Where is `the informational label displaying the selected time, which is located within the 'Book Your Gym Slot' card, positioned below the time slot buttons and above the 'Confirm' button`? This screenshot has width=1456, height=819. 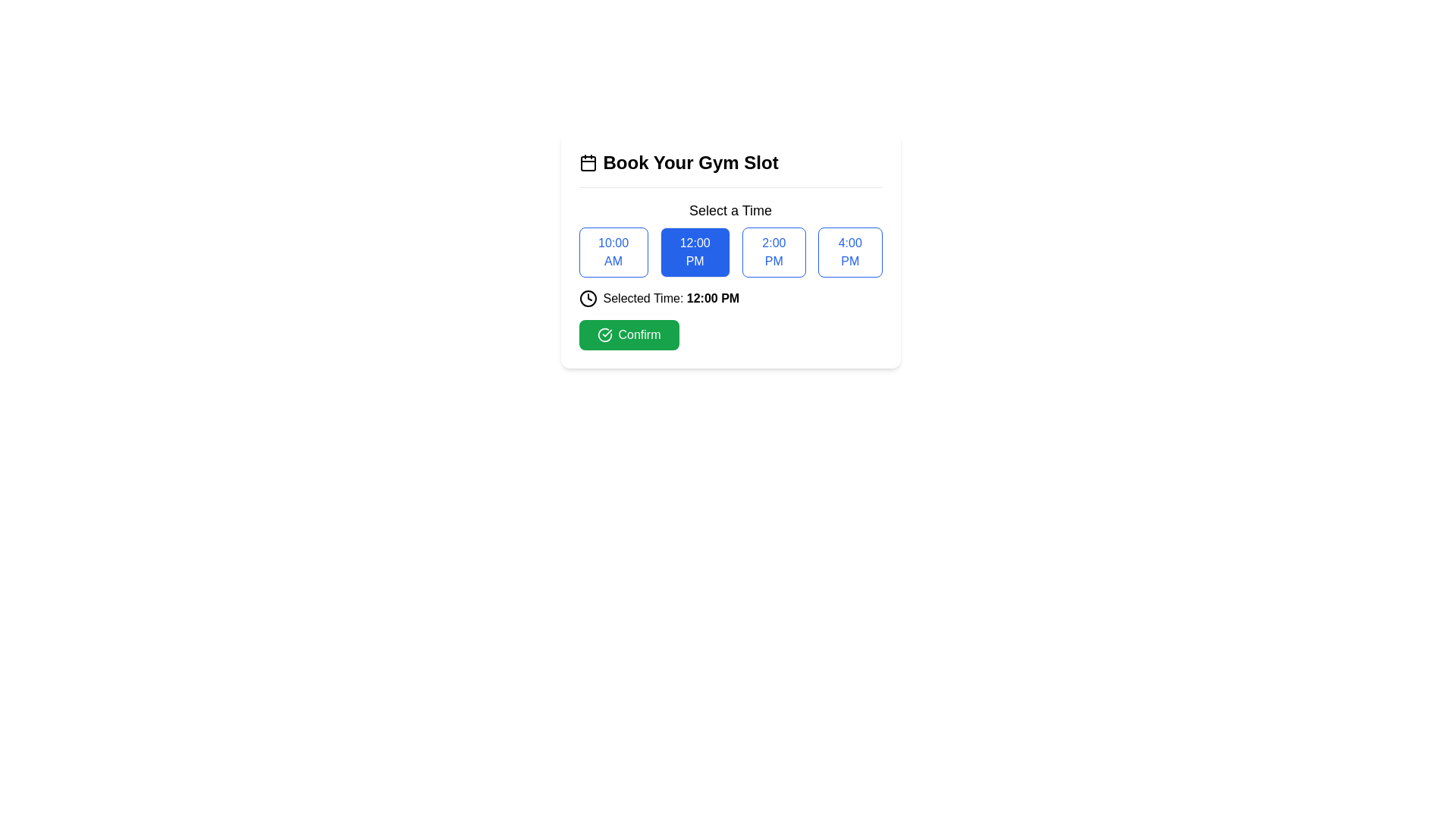 the informational label displaying the selected time, which is located within the 'Book Your Gym Slot' card, positioned below the time slot buttons and above the 'Confirm' button is located at coordinates (730, 298).